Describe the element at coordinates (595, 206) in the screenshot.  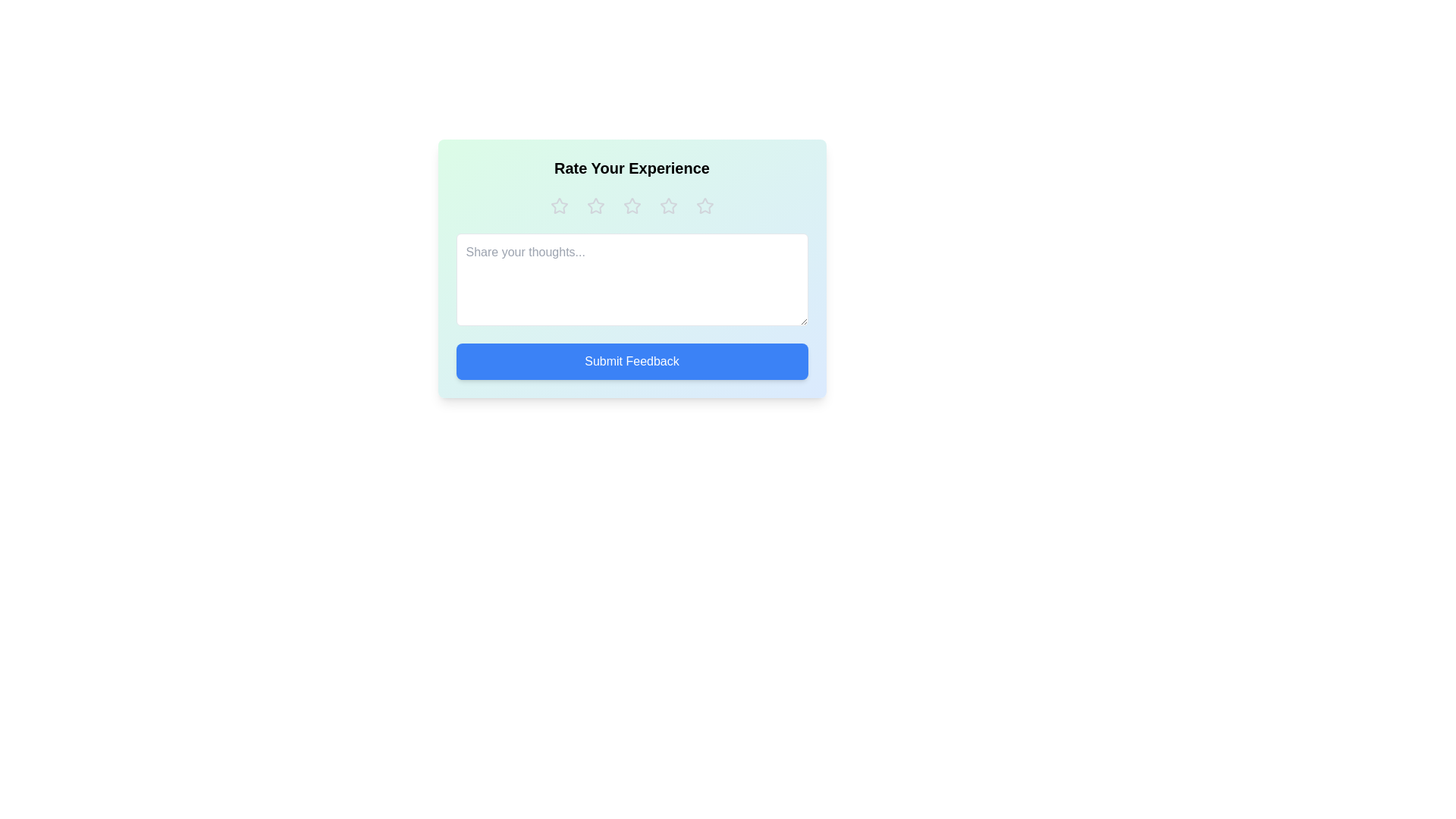
I see `the star corresponding to 2 to preview the rating` at that location.